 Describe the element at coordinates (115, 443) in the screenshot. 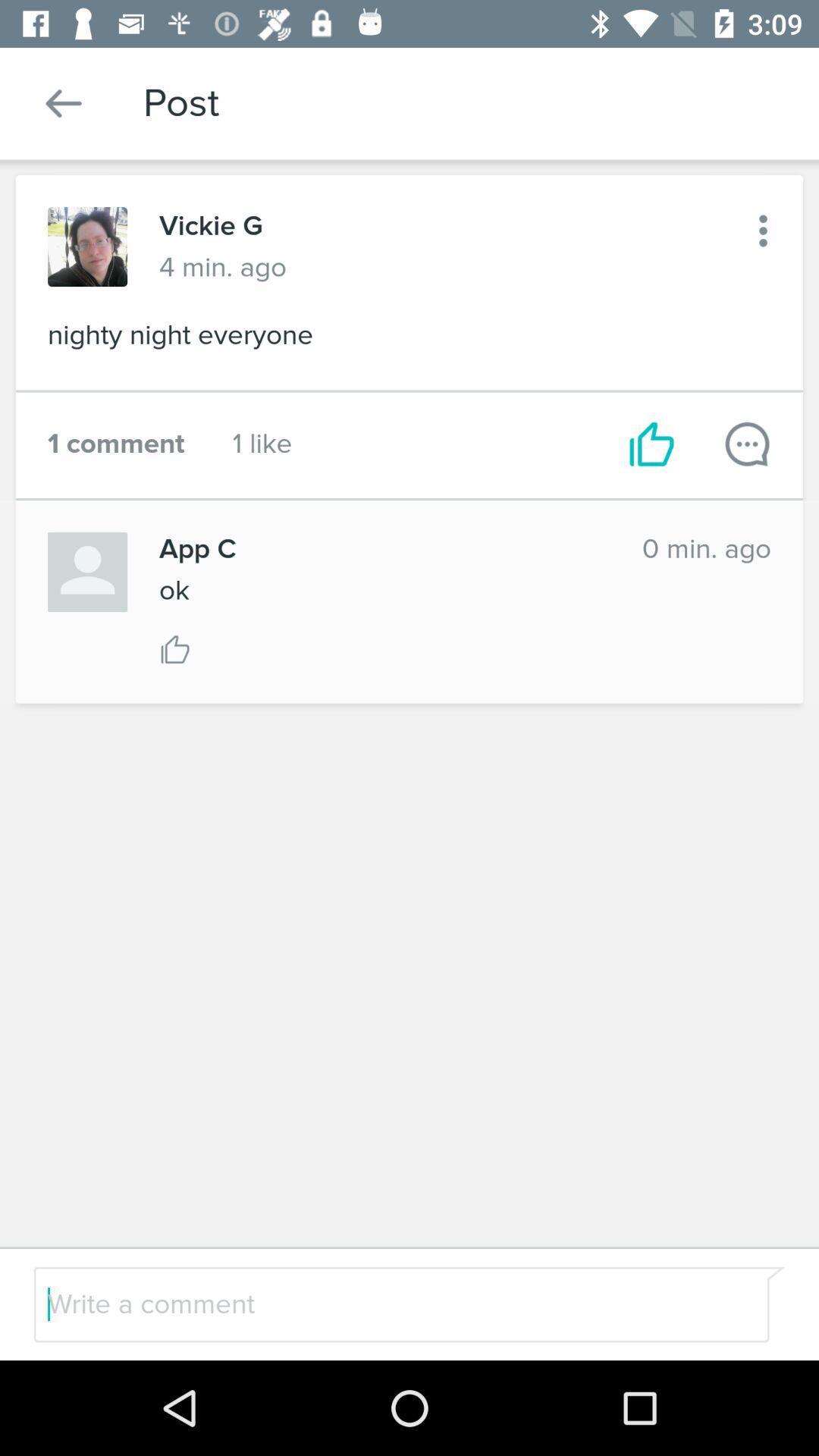

I see `the item next to the 1 like item` at that location.